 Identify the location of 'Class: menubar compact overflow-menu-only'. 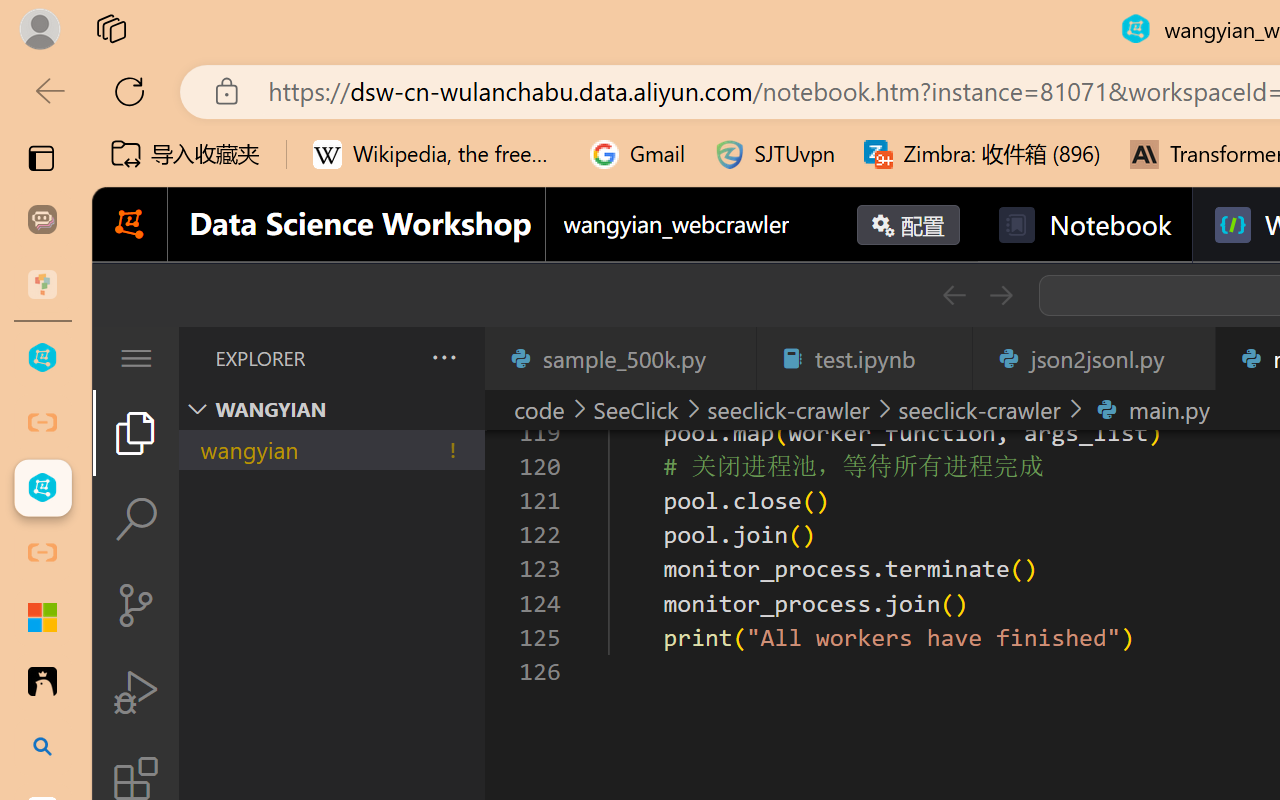
(134, 358).